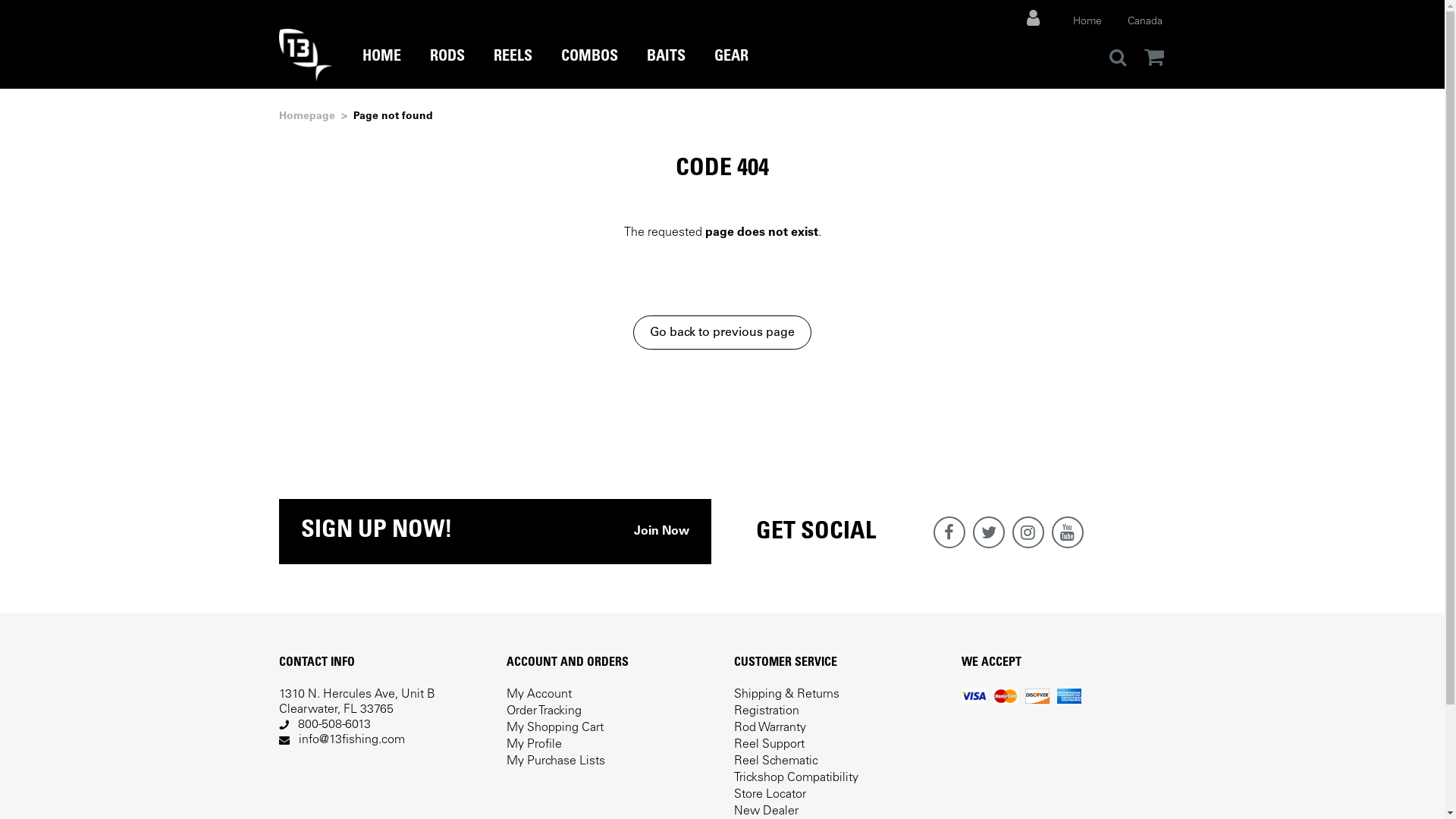  I want to click on 'Go back to previous page', so click(721, 331).